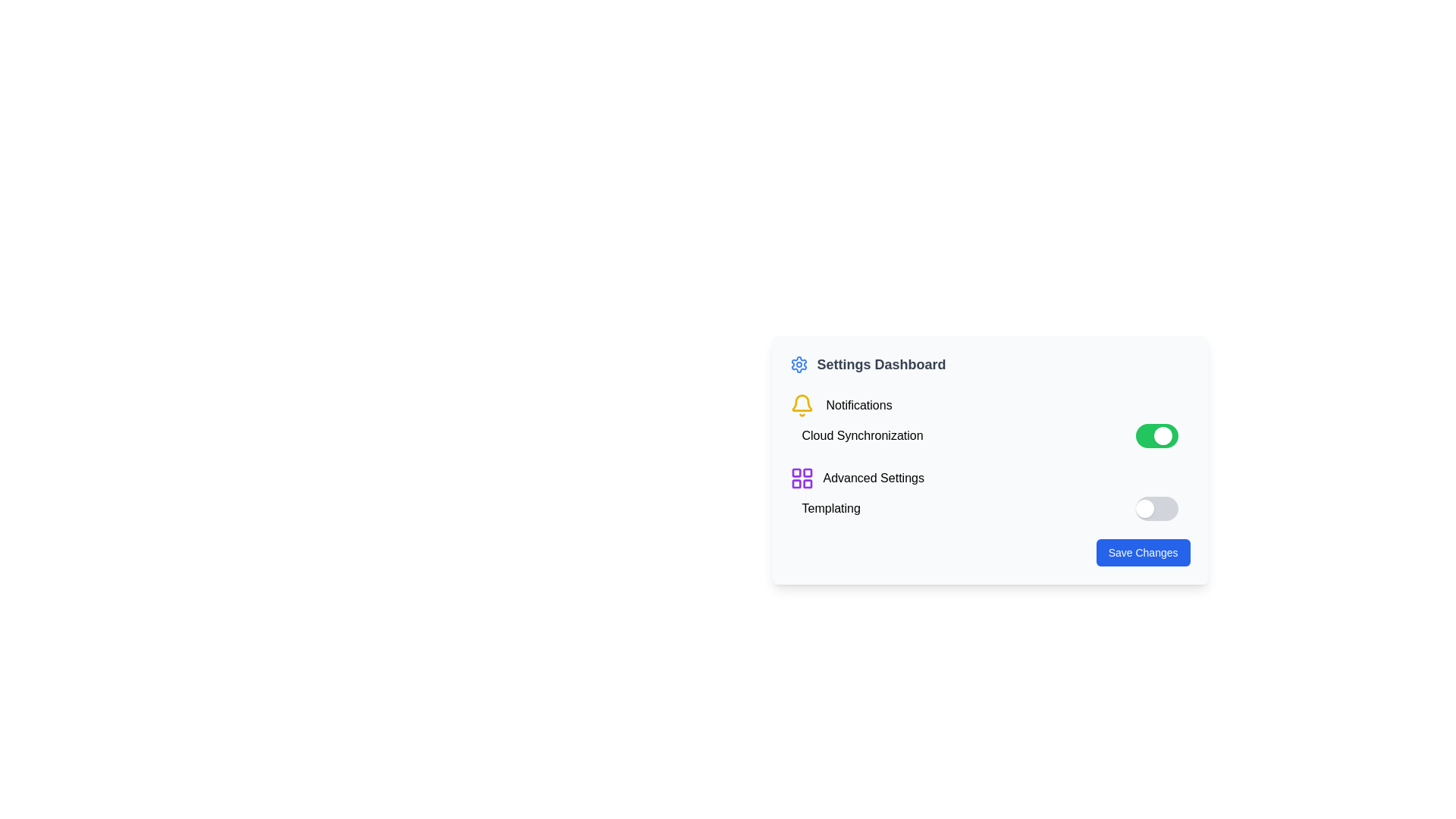  Describe the element at coordinates (1162, 435) in the screenshot. I see `the toggle switch handle located at the top-right corner of the settings panel` at that location.